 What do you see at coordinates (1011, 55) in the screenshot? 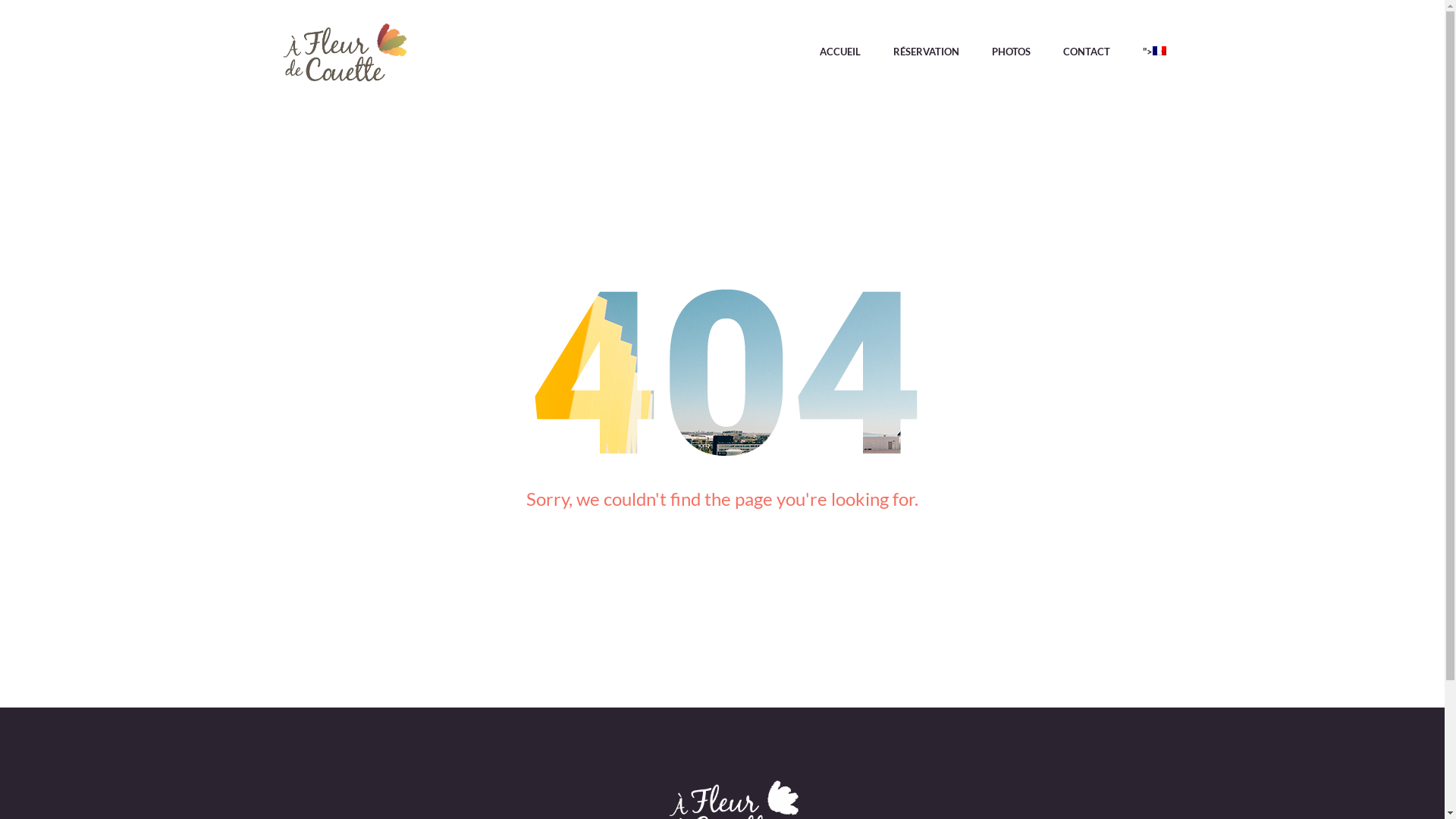
I see `'PHOTOS'` at bounding box center [1011, 55].